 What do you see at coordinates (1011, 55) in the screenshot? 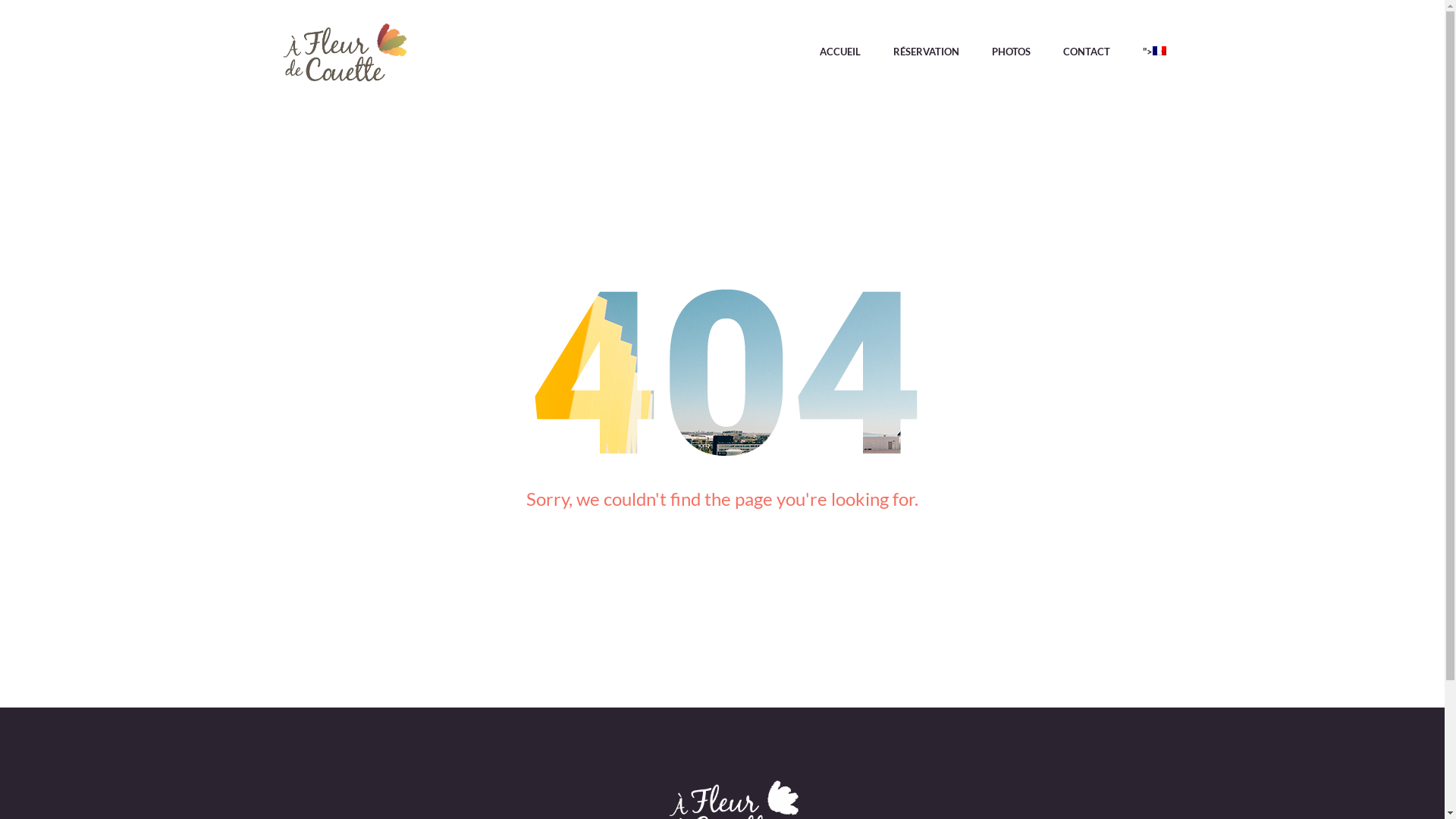
I see `'PHOTOS'` at bounding box center [1011, 55].